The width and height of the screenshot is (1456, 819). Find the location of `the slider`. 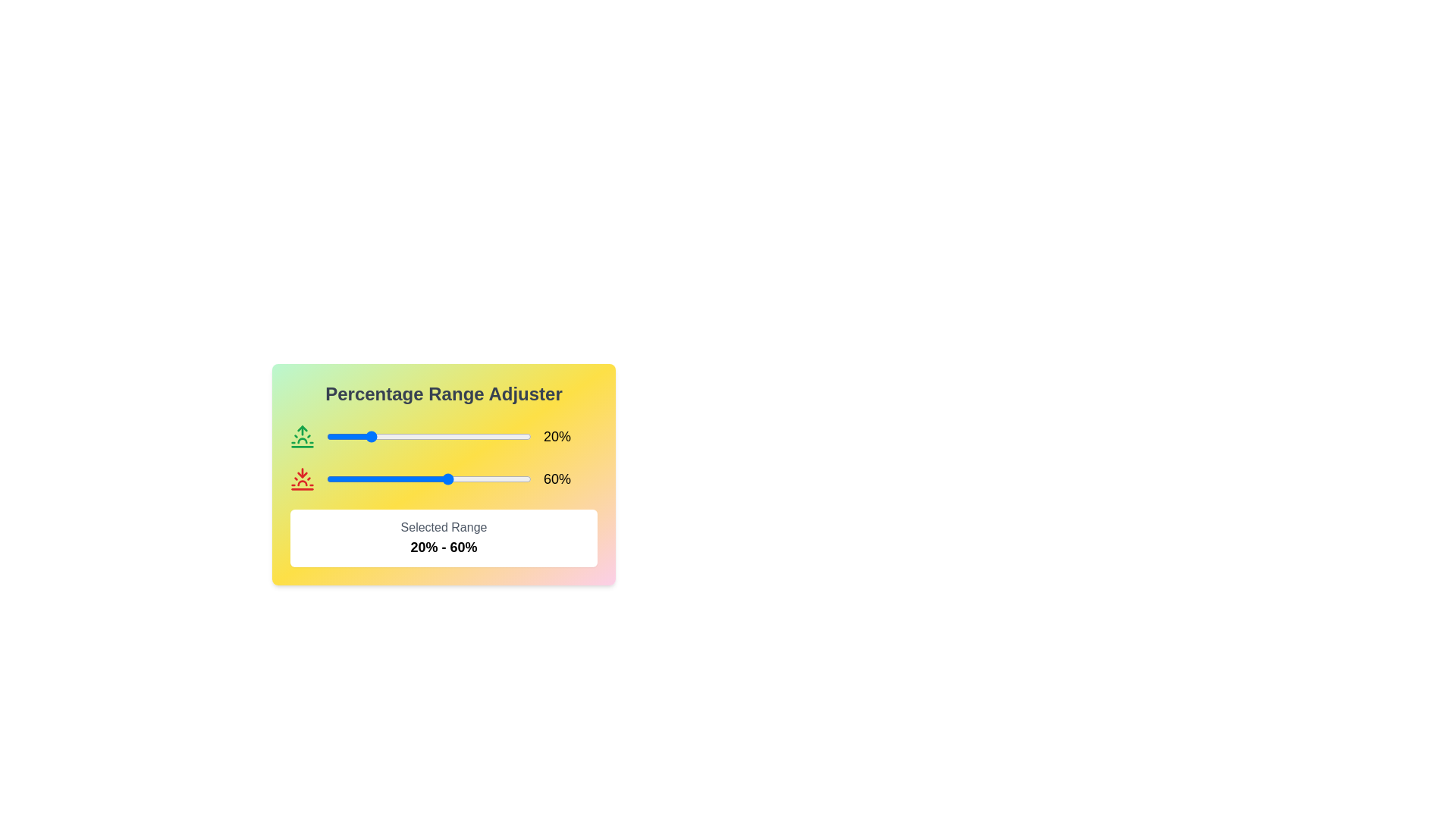

the slider is located at coordinates (381, 436).